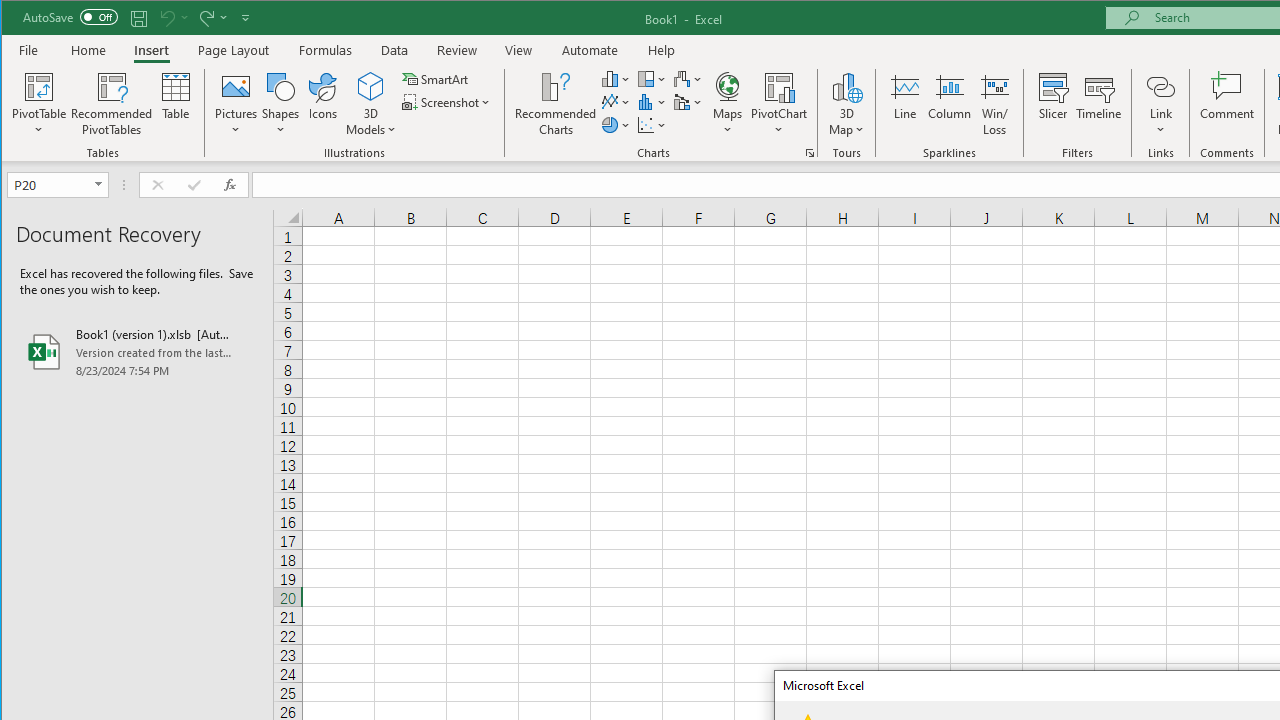 Image resolution: width=1280 pixels, height=720 pixels. What do you see at coordinates (726, 104) in the screenshot?
I see `'Maps'` at bounding box center [726, 104].